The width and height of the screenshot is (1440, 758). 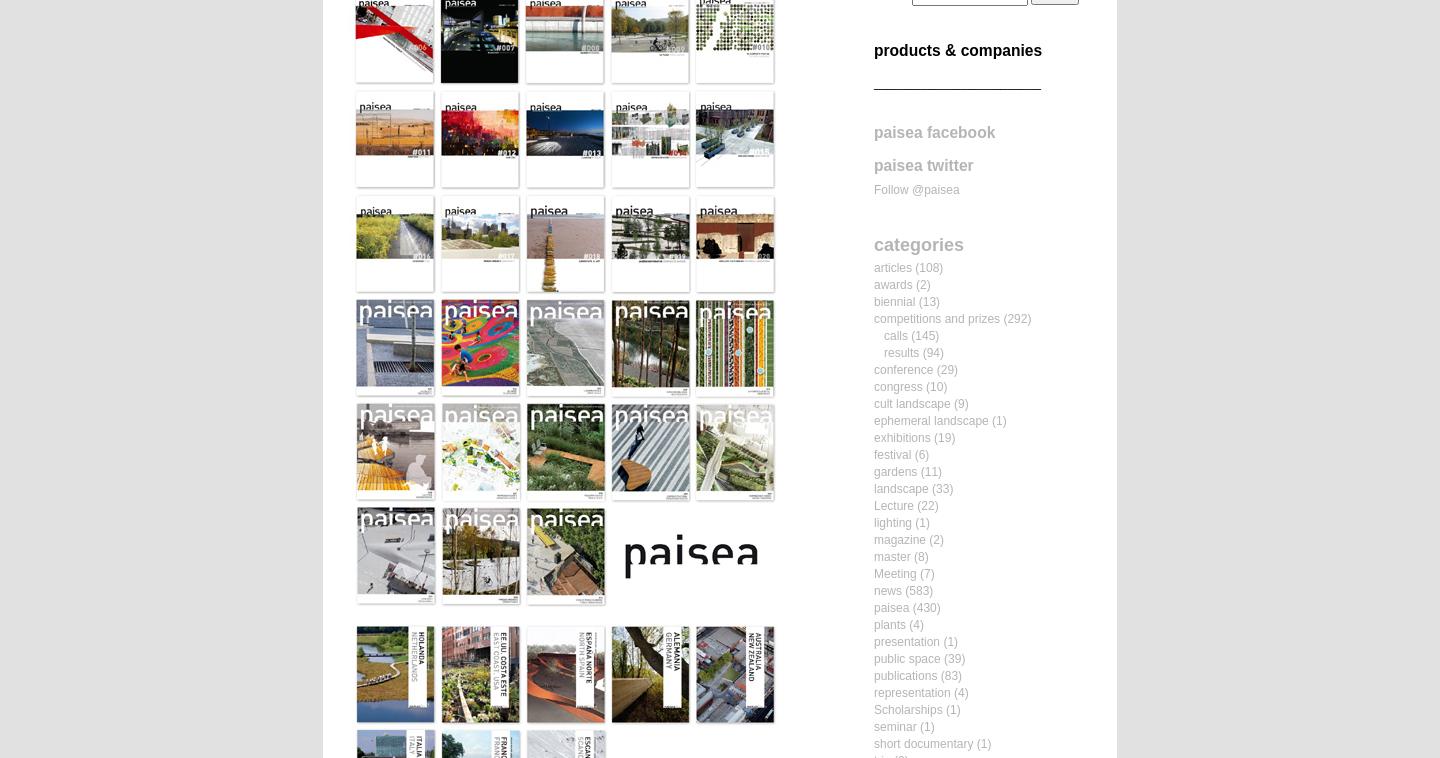 What do you see at coordinates (872, 538) in the screenshot?
I see `'magazine'` at bounding box center [872, 538].